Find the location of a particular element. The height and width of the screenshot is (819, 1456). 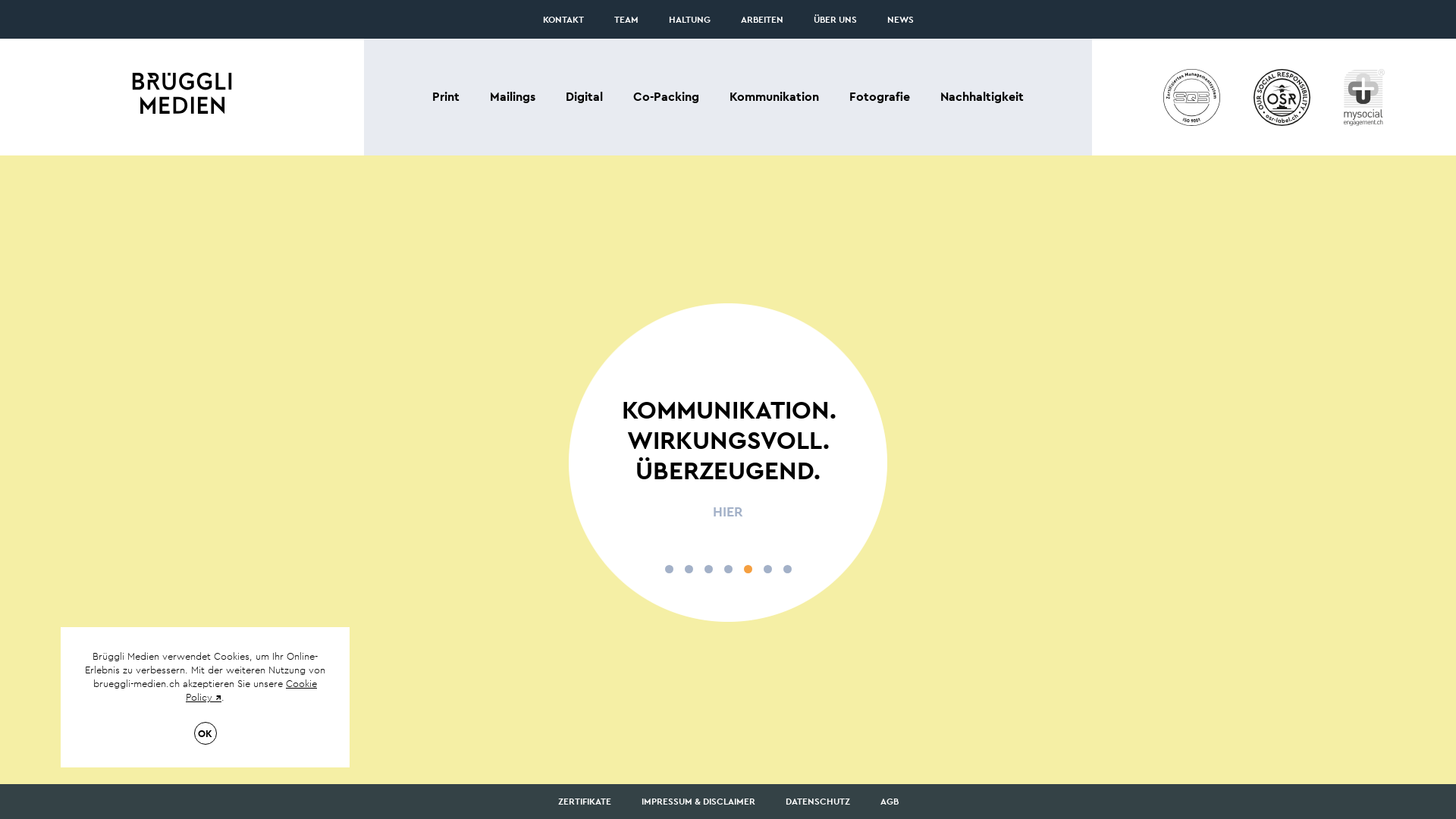

'5' is located at coordinates (747, 569).